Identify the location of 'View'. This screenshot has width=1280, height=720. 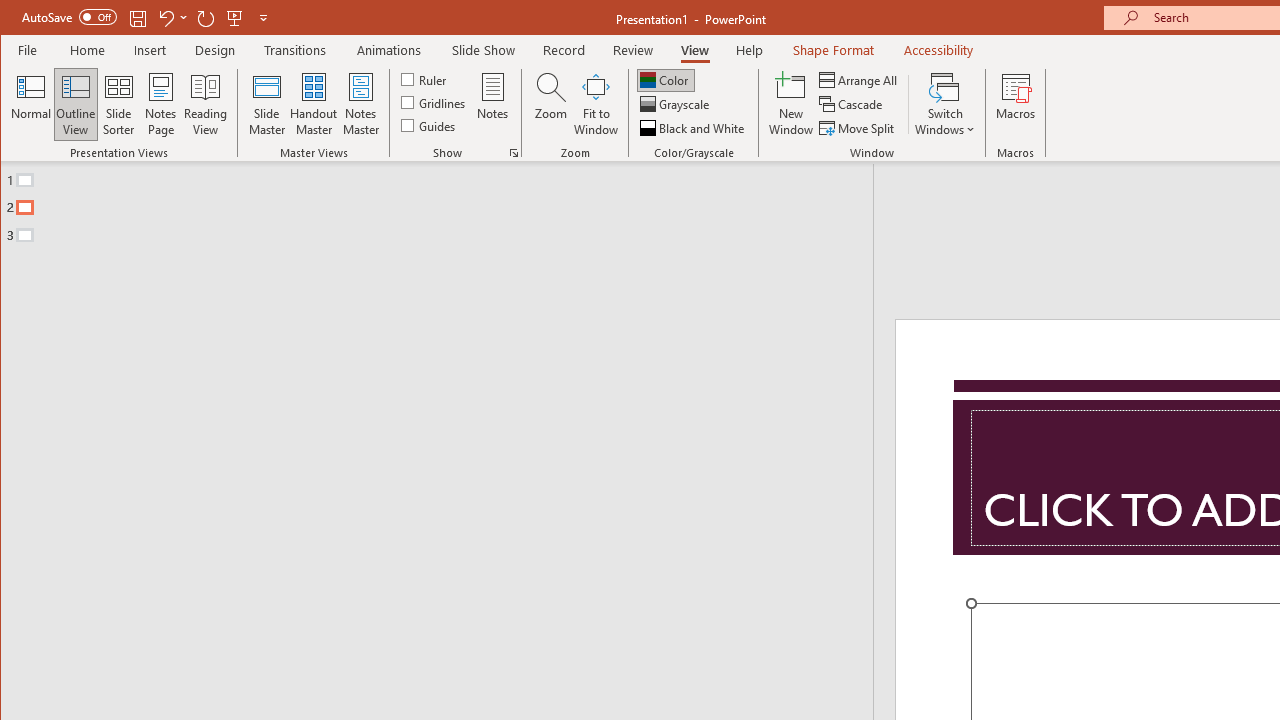
(695, 49).